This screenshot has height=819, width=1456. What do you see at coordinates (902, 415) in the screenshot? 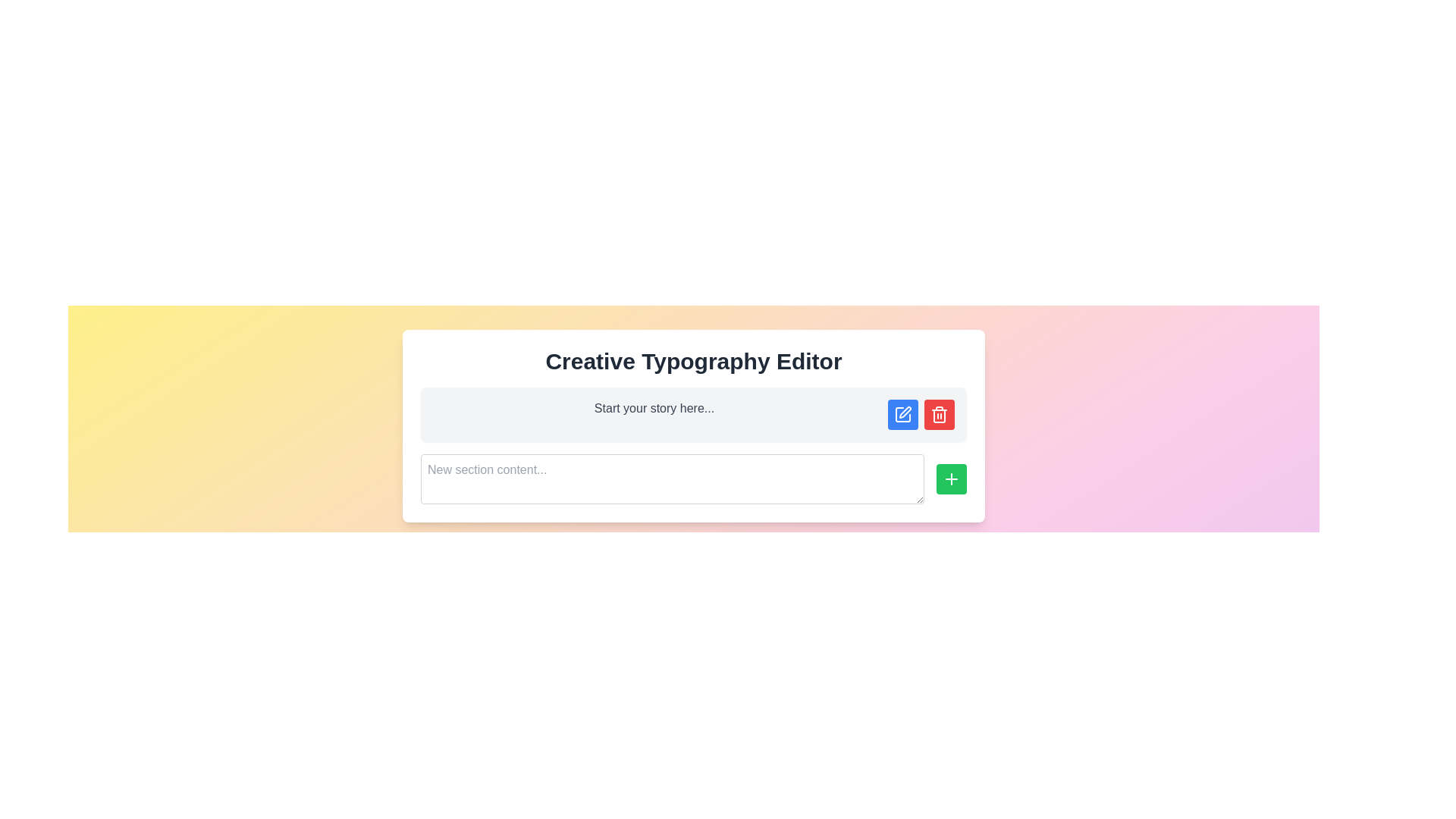
I see `the first blue editing button located on the right side of the text input area` at bounding box center [902, 415].